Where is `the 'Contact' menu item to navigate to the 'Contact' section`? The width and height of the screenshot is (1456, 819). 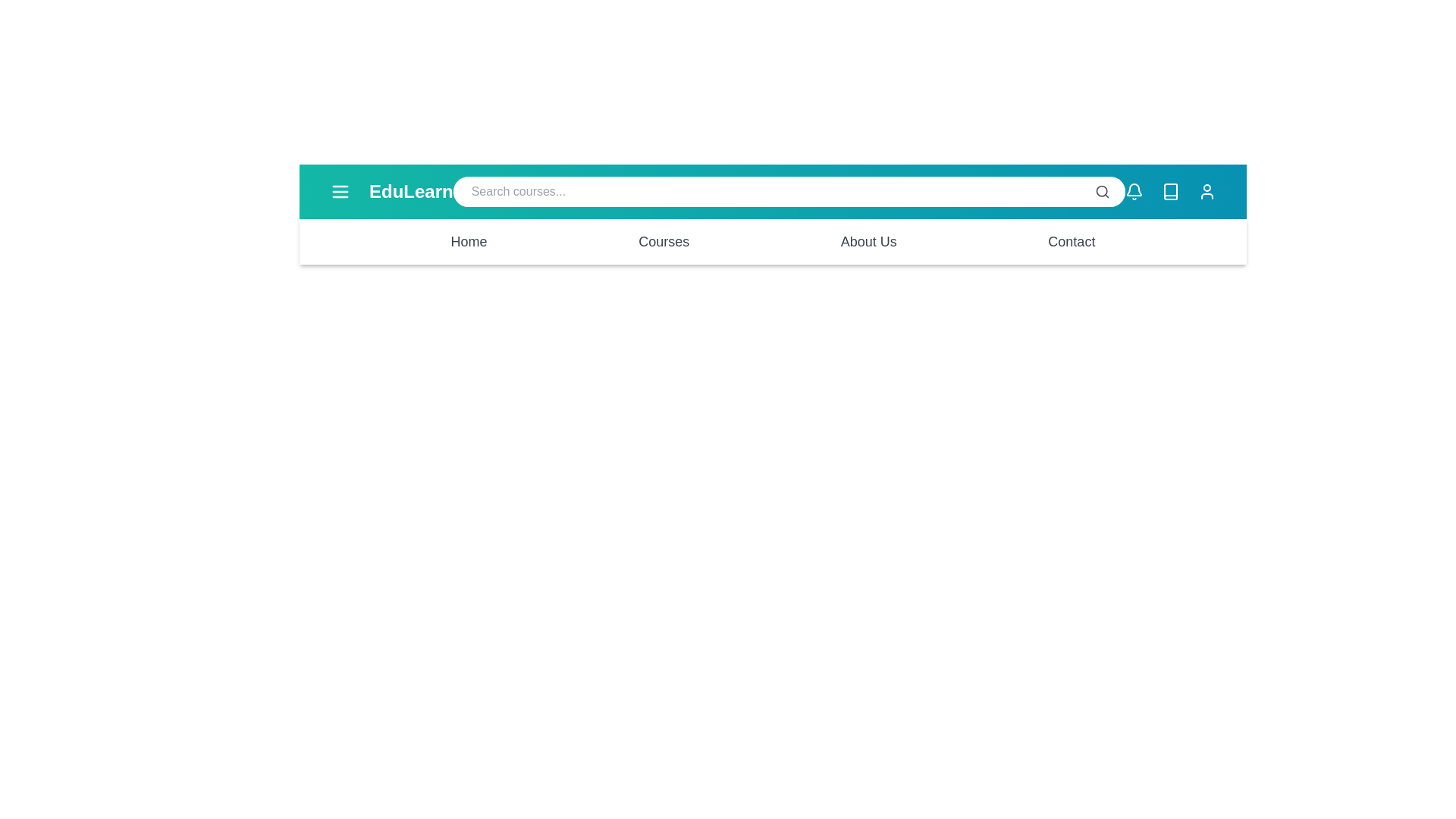
the 'Contact' menu item to navigate to the 'Contact' section is located at coordinates (1071, 241).